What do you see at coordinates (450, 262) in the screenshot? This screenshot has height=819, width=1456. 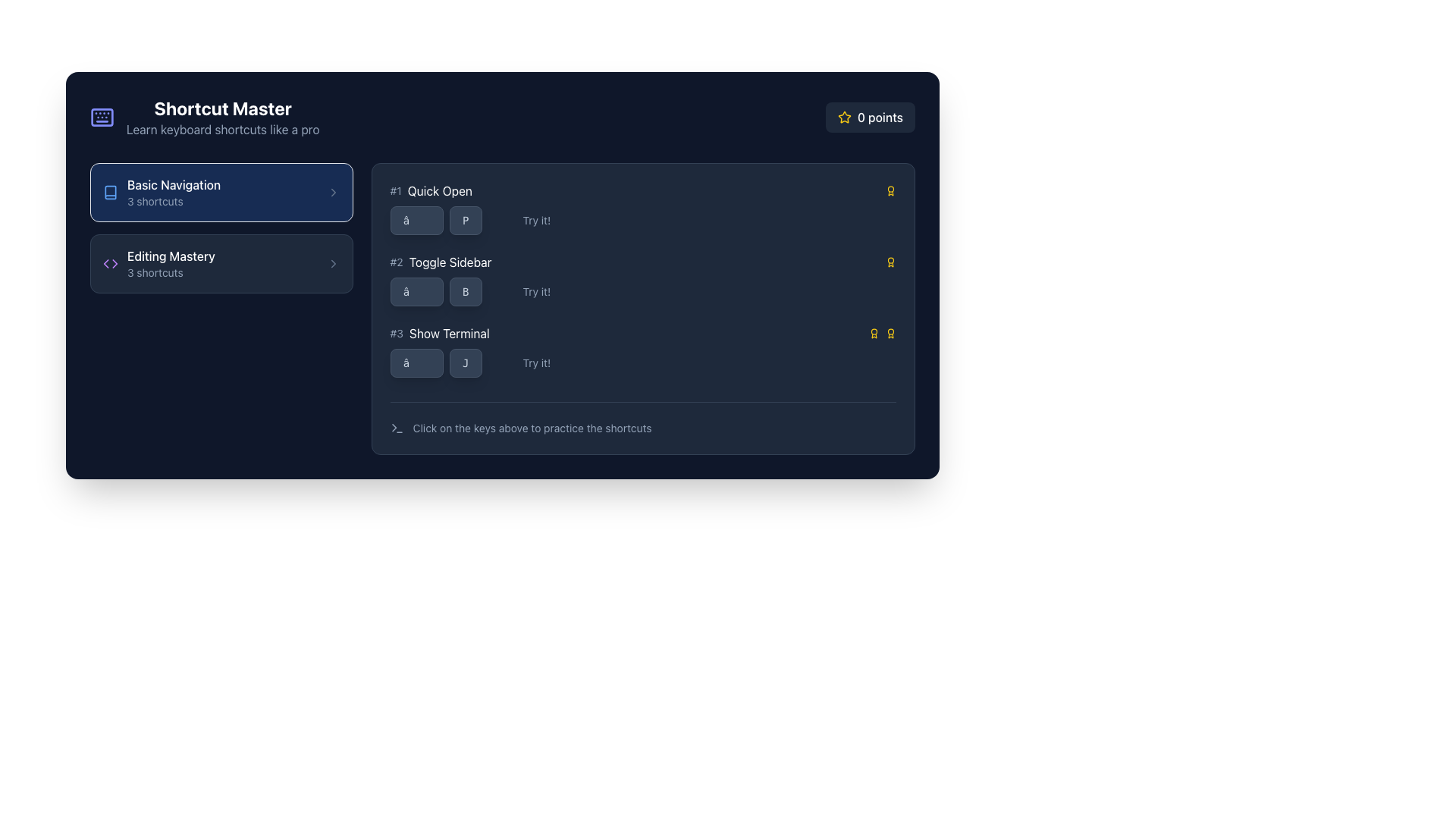 I see `the text label that describes the keyboard shortcut for toggling the sidebar, located in section '#2', positioned to the right of the smaller text '#2'` at bounding box center [450, 262].